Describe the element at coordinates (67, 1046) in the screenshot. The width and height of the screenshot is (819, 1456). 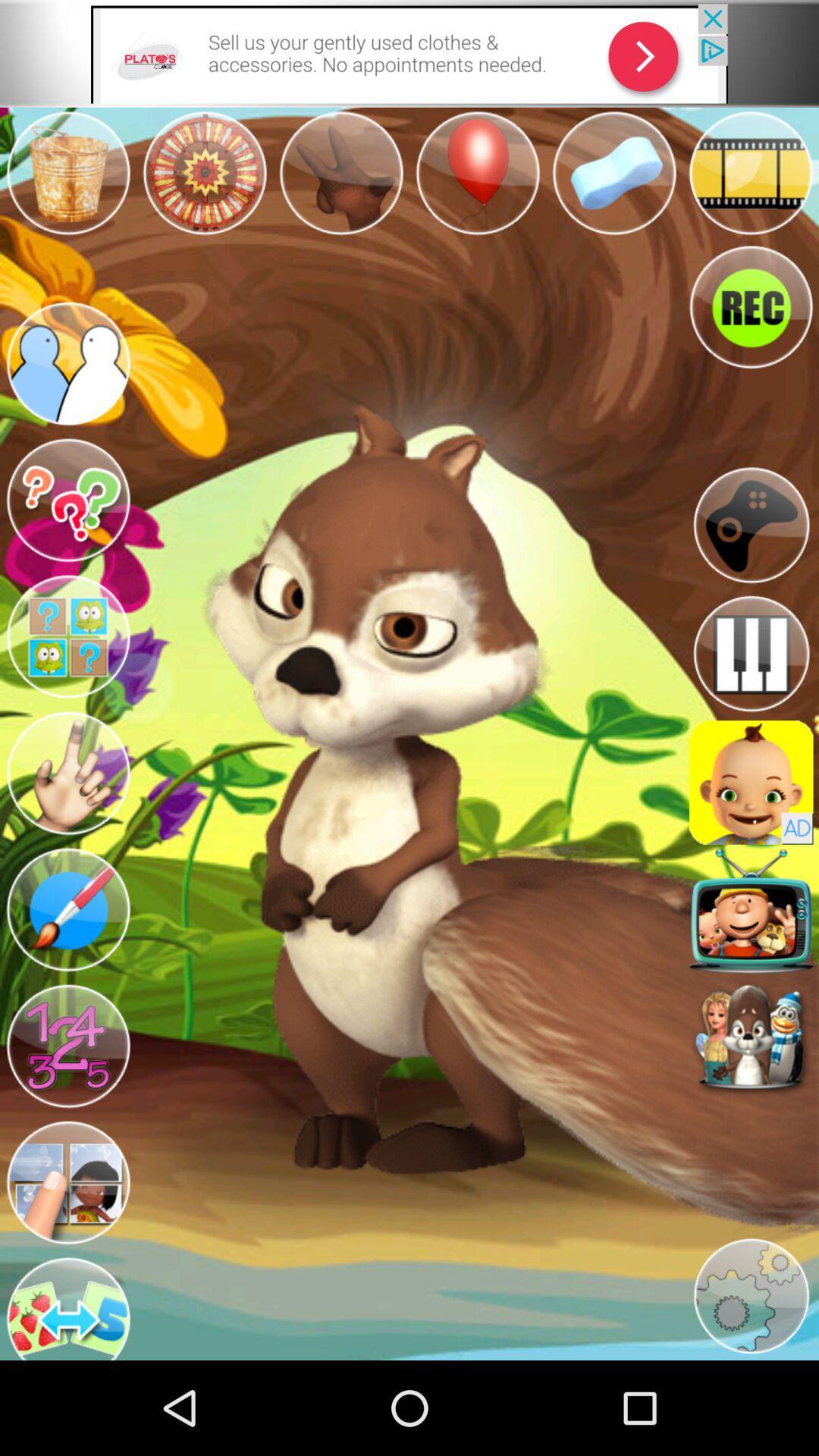
I see `numbers` at that location.